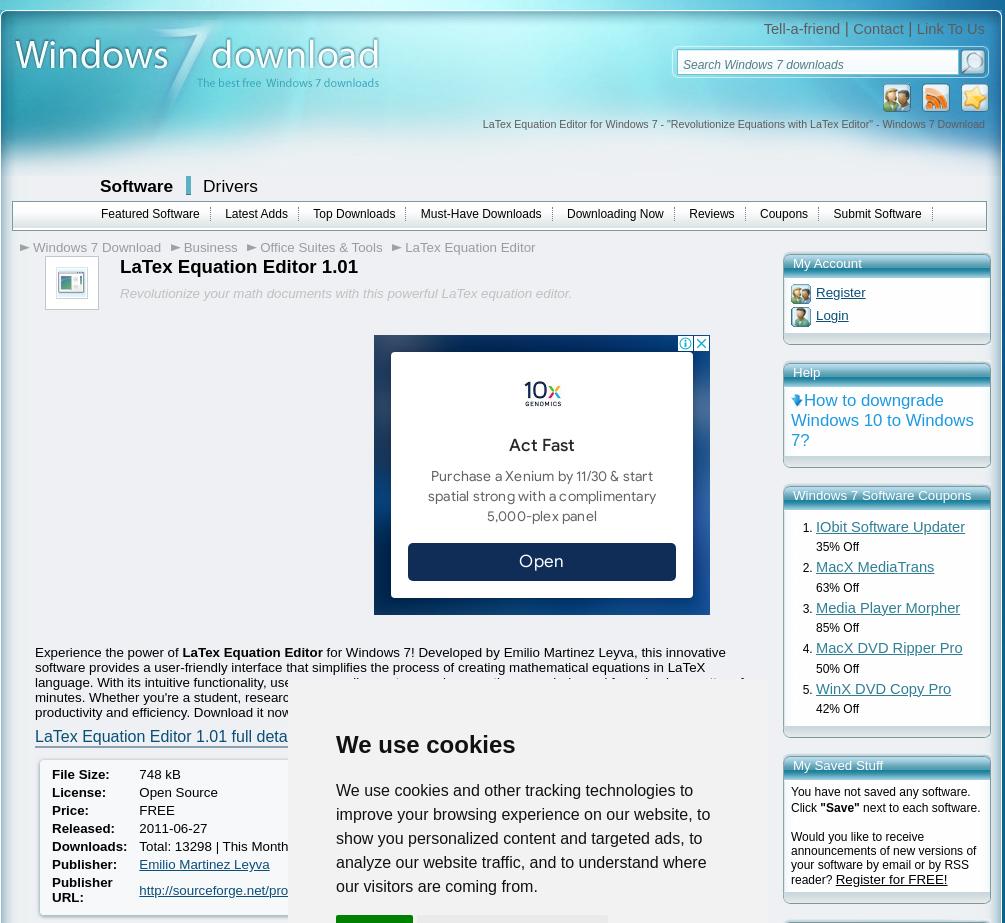 The width and height of the screenshot is (1005, 923). What do you see at coordinates (150, 214) in the screenshot?
I see `'Featured Software'` at bounding box center [150, 214].